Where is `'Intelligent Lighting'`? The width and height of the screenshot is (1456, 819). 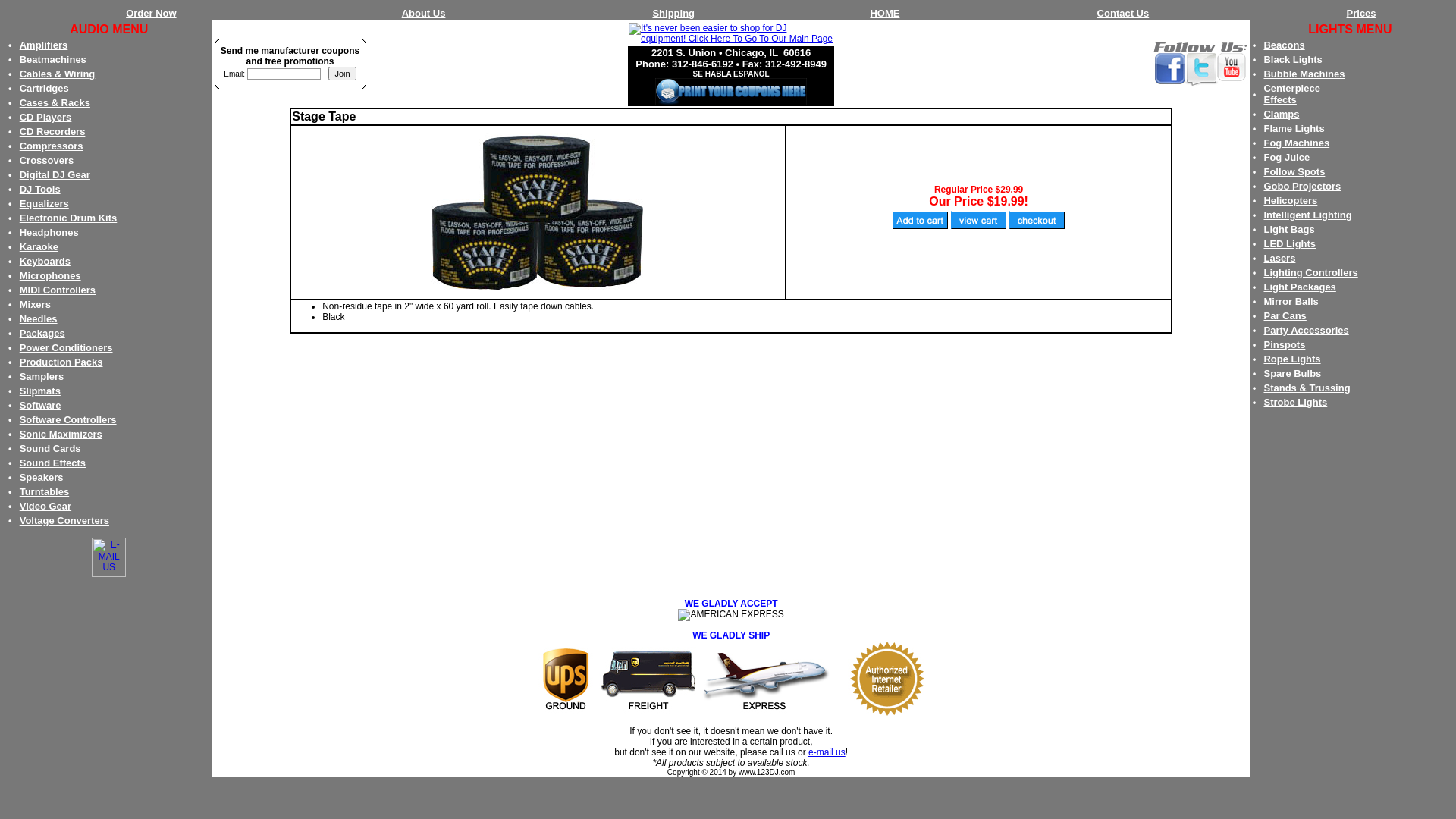
'Intelligent Lighting' is located at coordinates (1306, 215).